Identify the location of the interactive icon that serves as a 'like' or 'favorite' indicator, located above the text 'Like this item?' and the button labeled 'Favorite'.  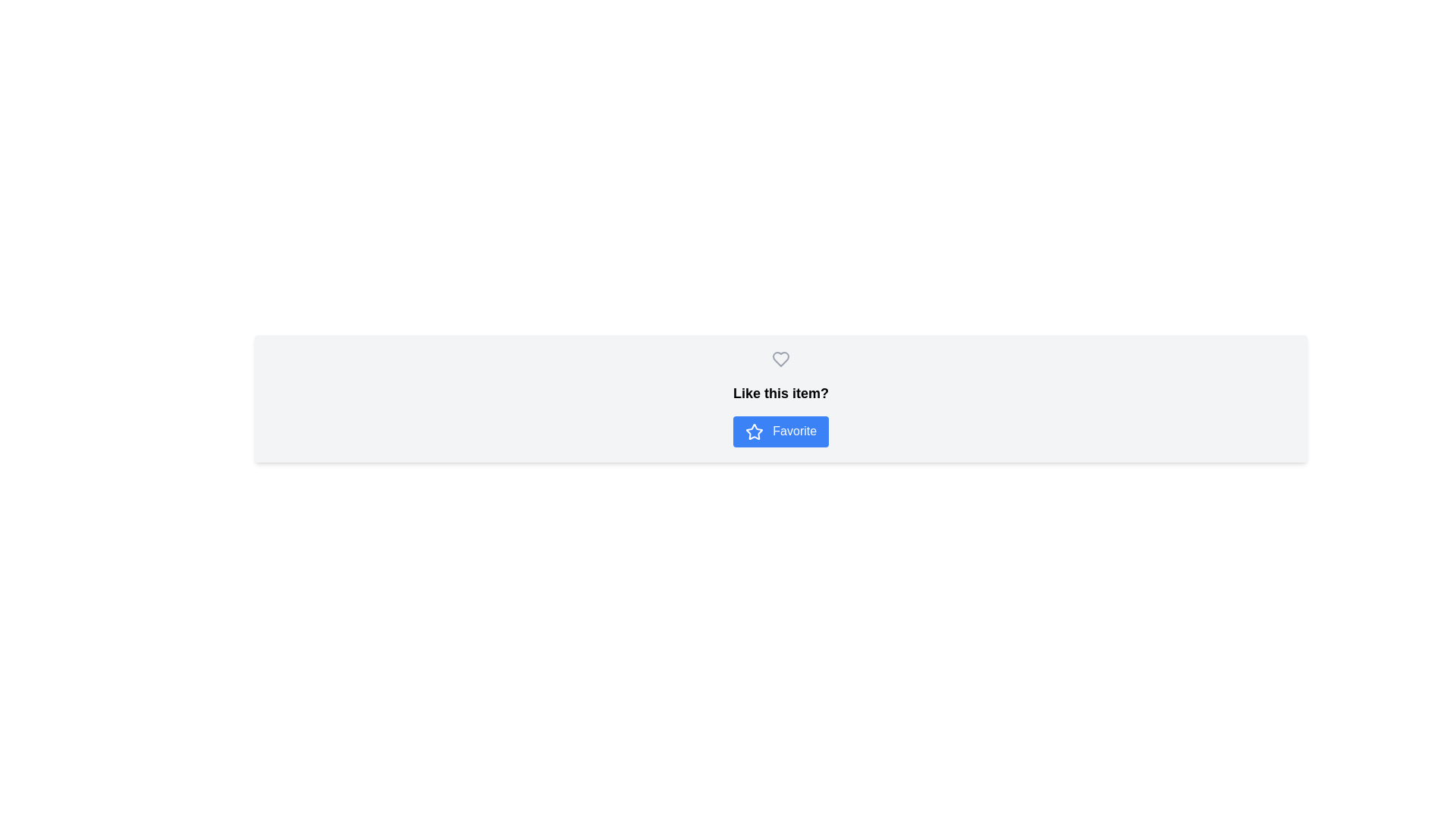
(781, 359).